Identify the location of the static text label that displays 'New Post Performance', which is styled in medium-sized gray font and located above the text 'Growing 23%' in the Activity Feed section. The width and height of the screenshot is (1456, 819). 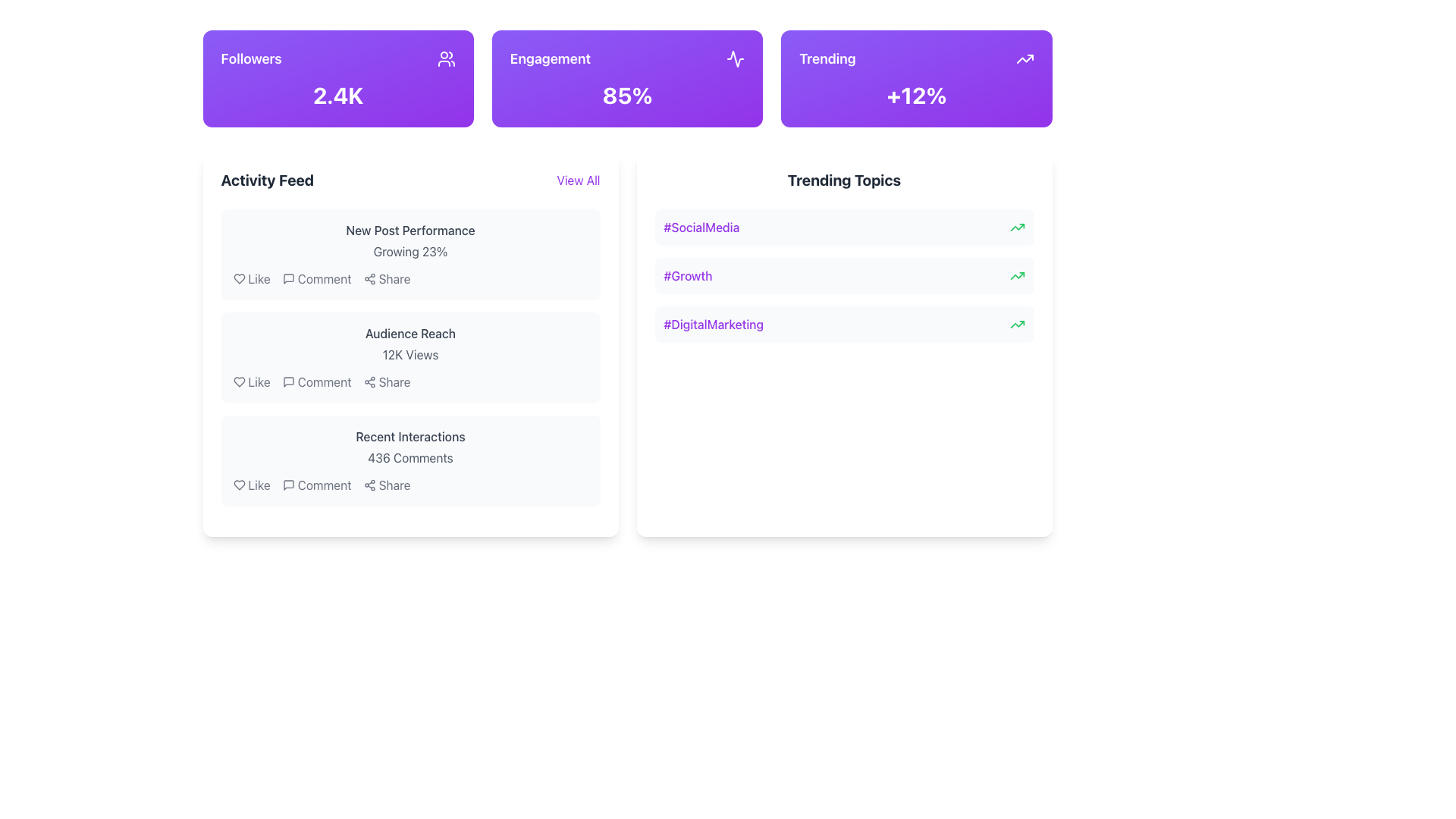
(410, 231).